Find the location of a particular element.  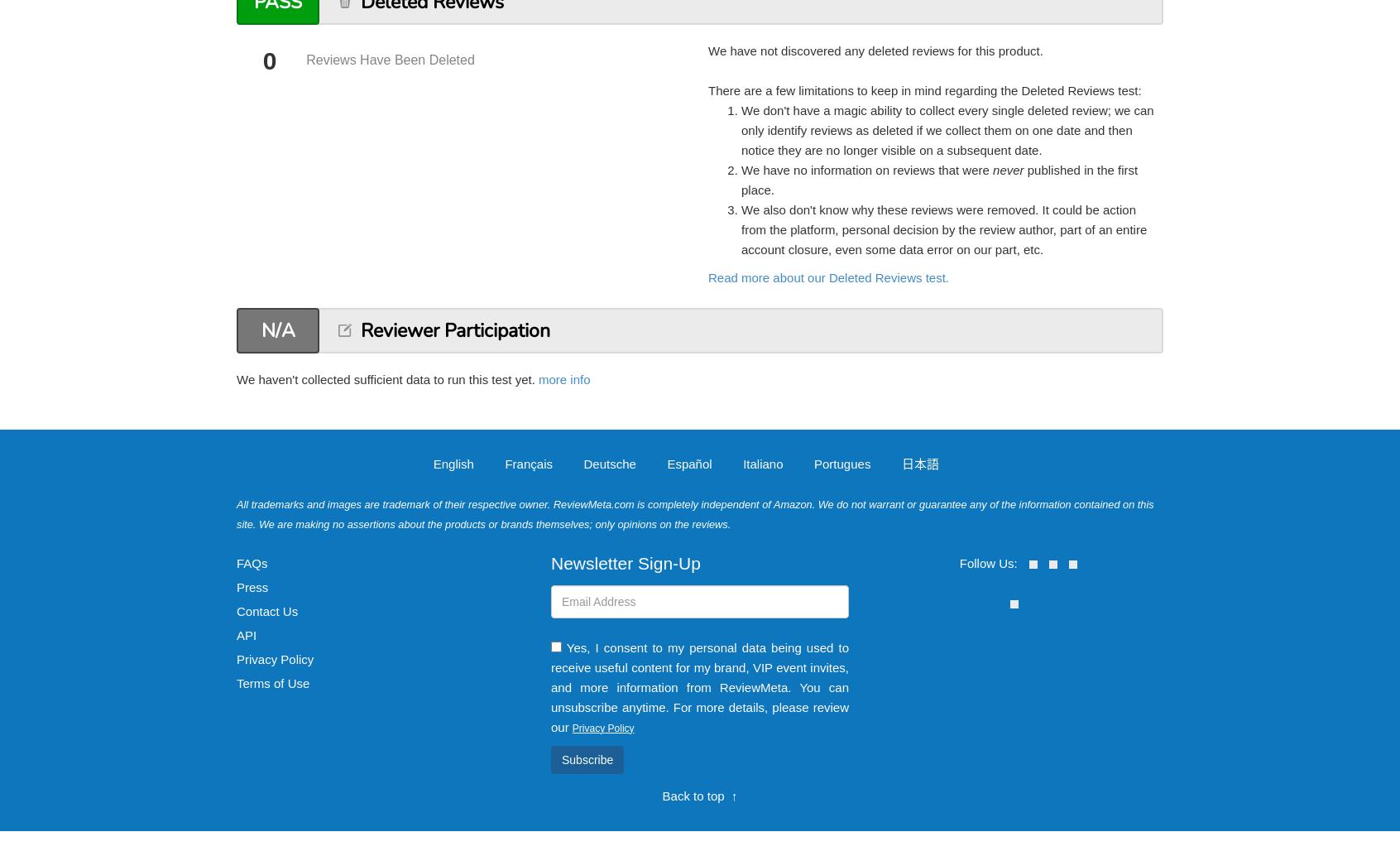

'never' is located at coordinates (1008, 169).